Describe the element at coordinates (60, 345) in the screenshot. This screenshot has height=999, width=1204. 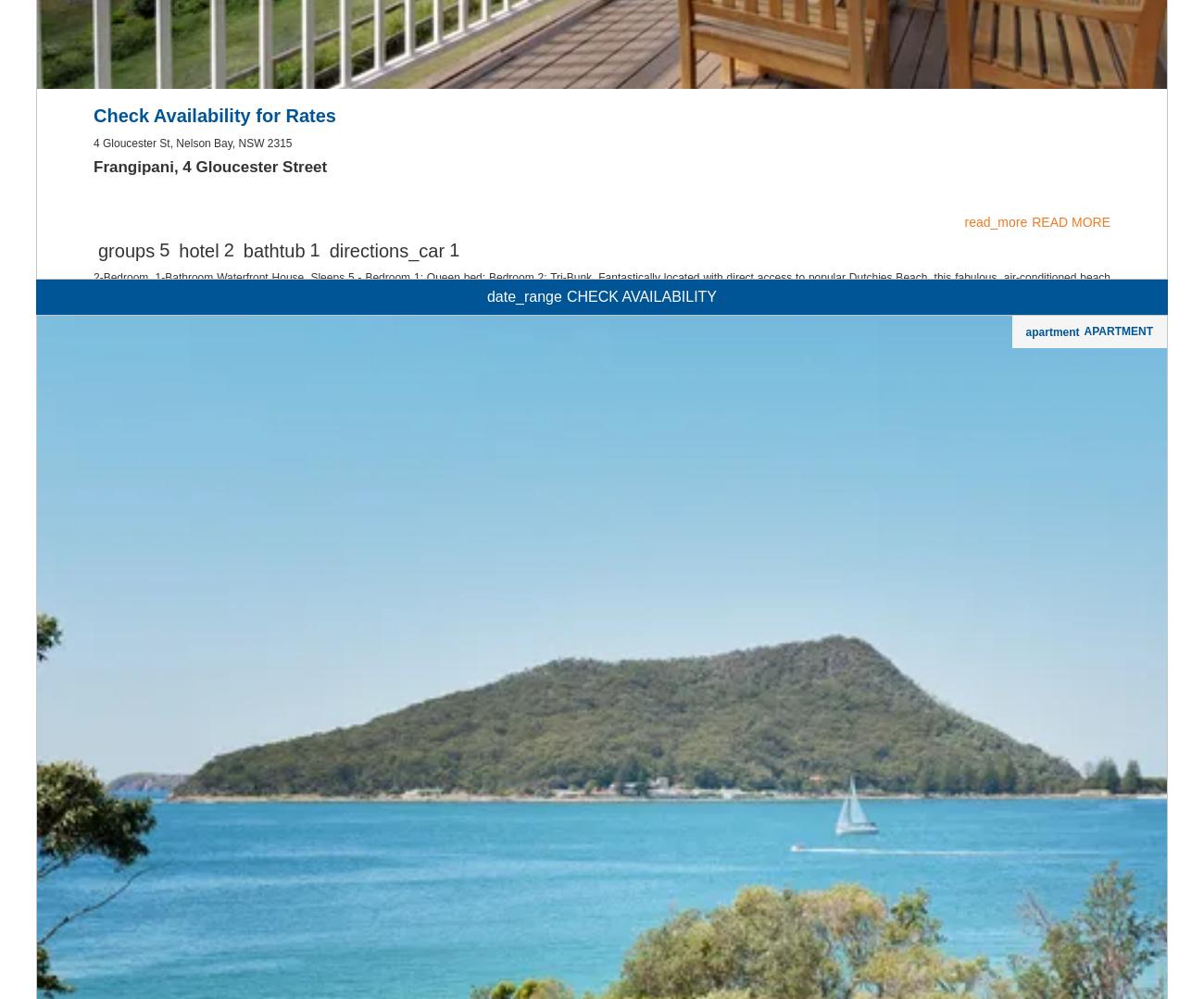
I see `'Lemon Tree Passage'` at that location.